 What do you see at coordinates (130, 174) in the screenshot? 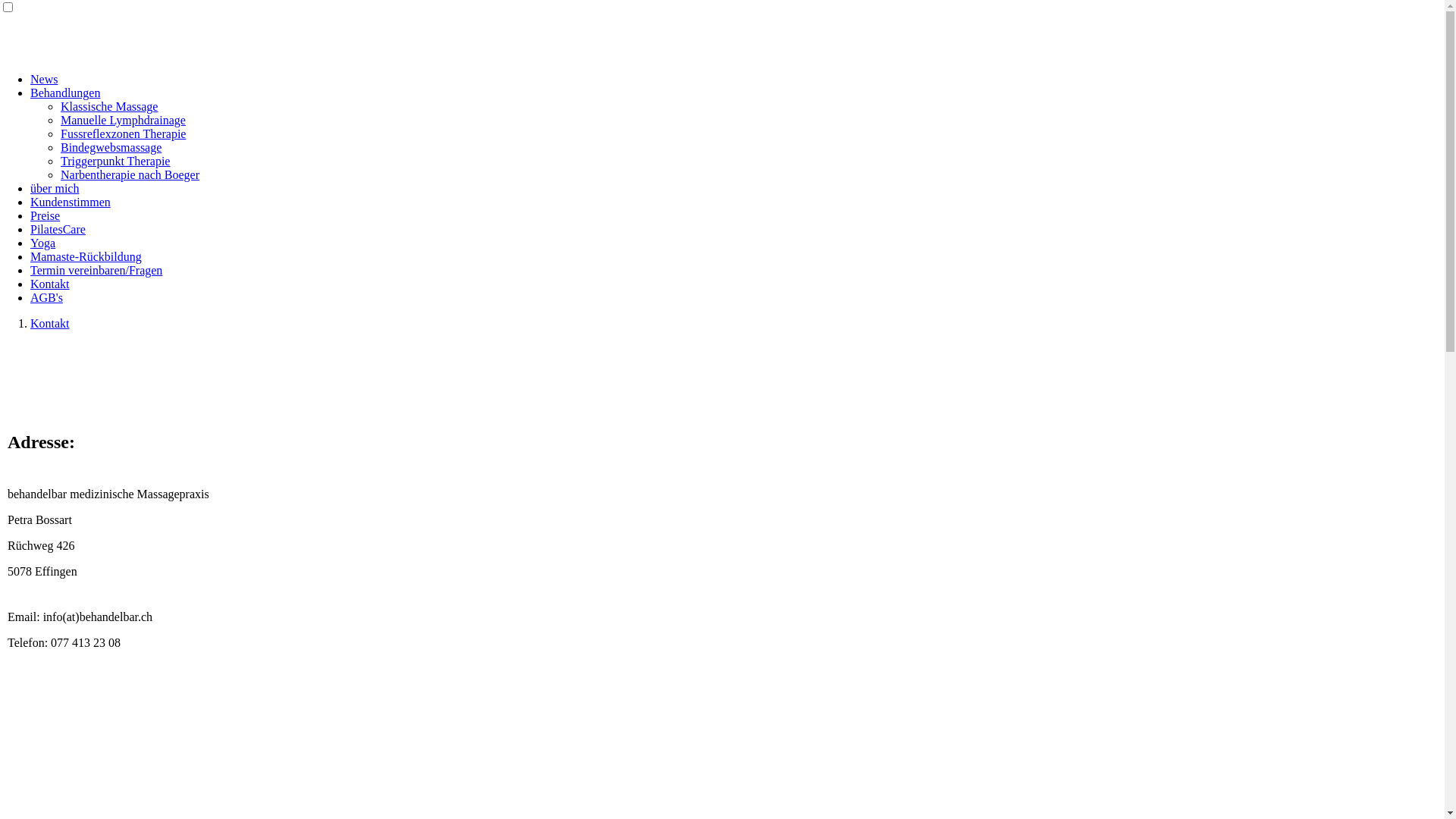
I see `'Narbentherapie nach Boeger'` at bounding box center [130, 174].